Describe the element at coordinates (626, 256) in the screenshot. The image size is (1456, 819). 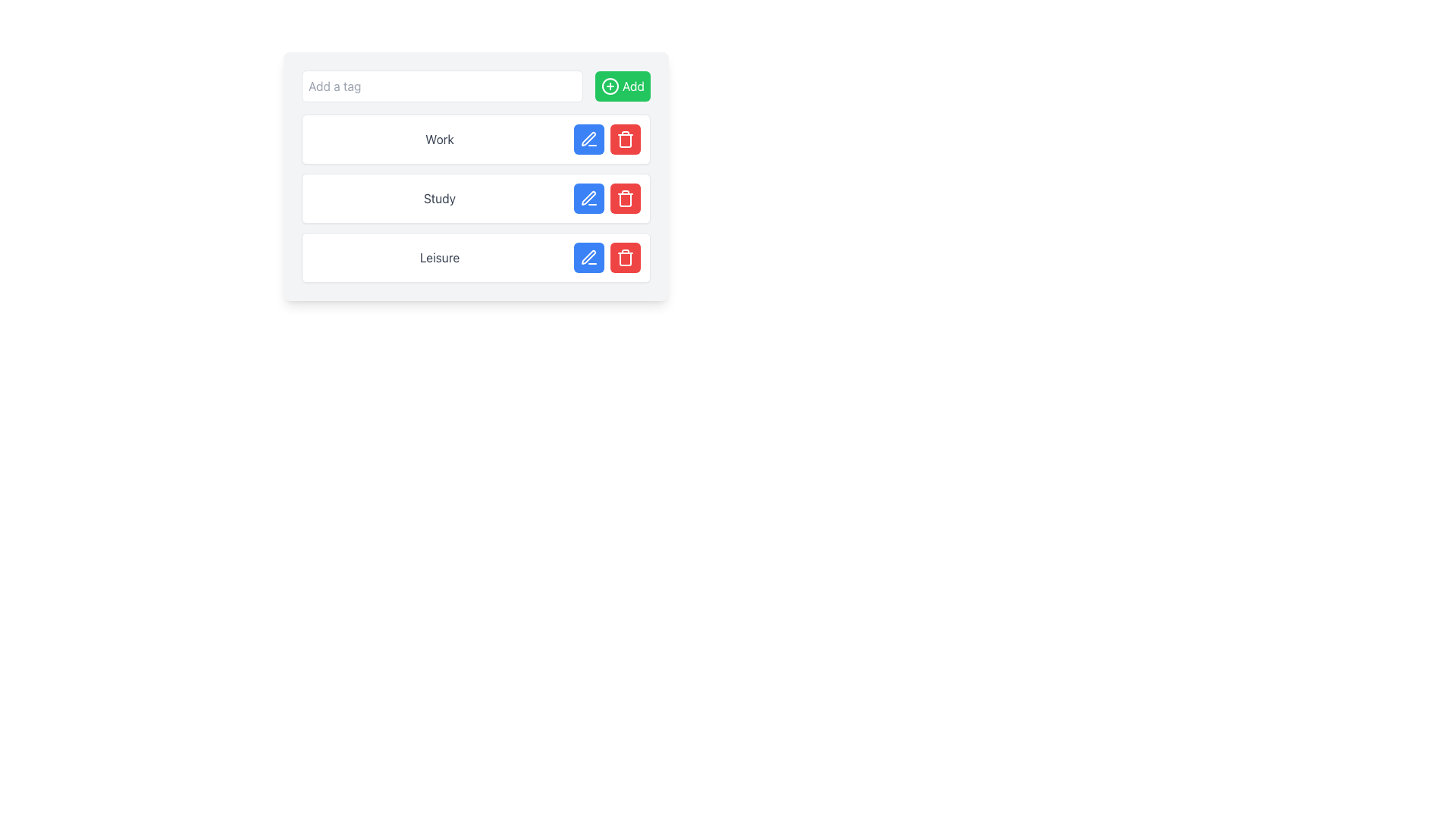
I see `the delete icon button within the red circular button aligned to the right side of the row labeled 'Leisure'` at that location.